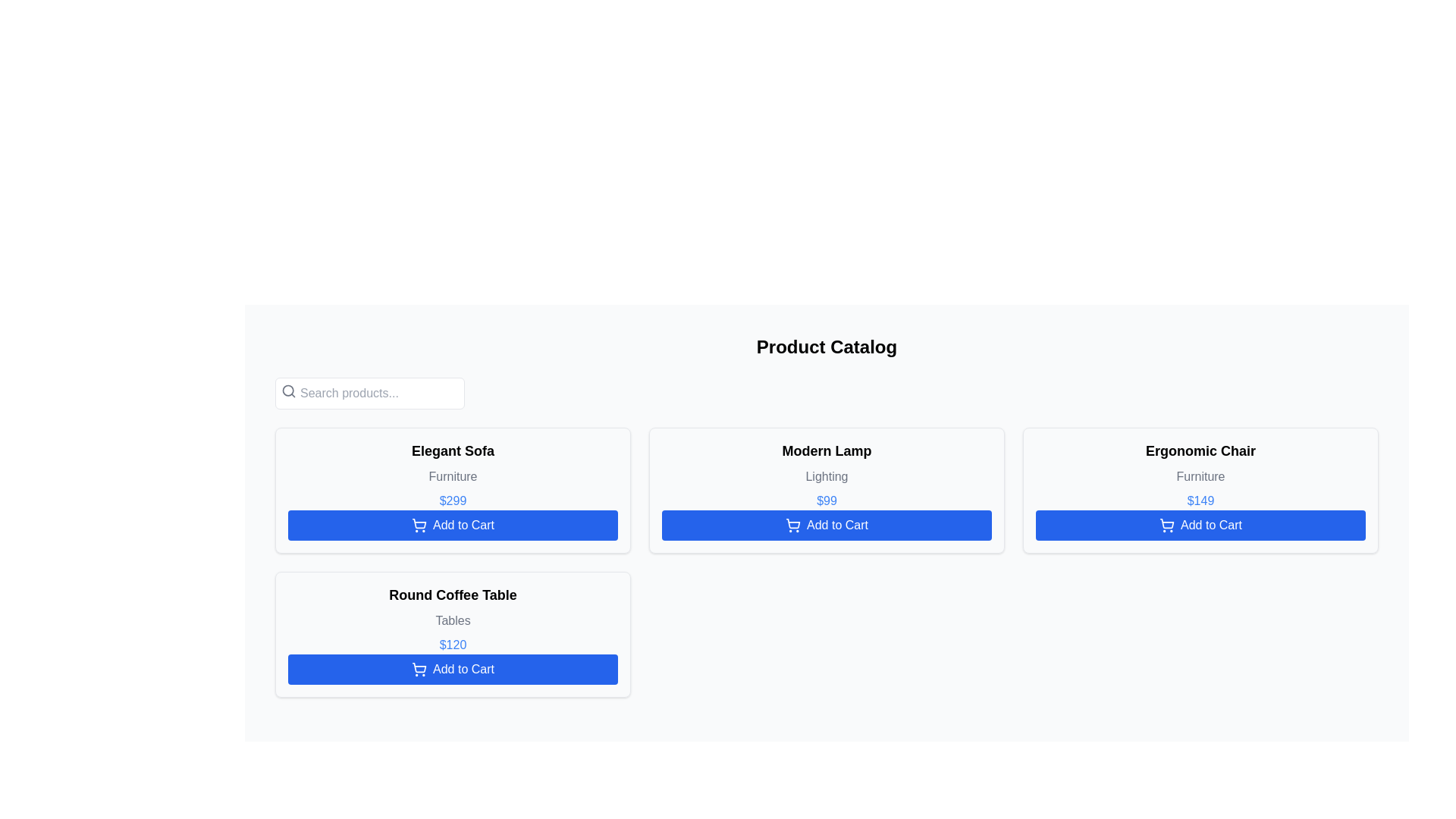 This screenshot has width=1456, height=819. Describe the element at coordinates (826, 462) in the screenshot. I see `text from the label that includes 'Modern Lamp' and 'Lighting', which is located in the central tile of a row of three items` at that location.